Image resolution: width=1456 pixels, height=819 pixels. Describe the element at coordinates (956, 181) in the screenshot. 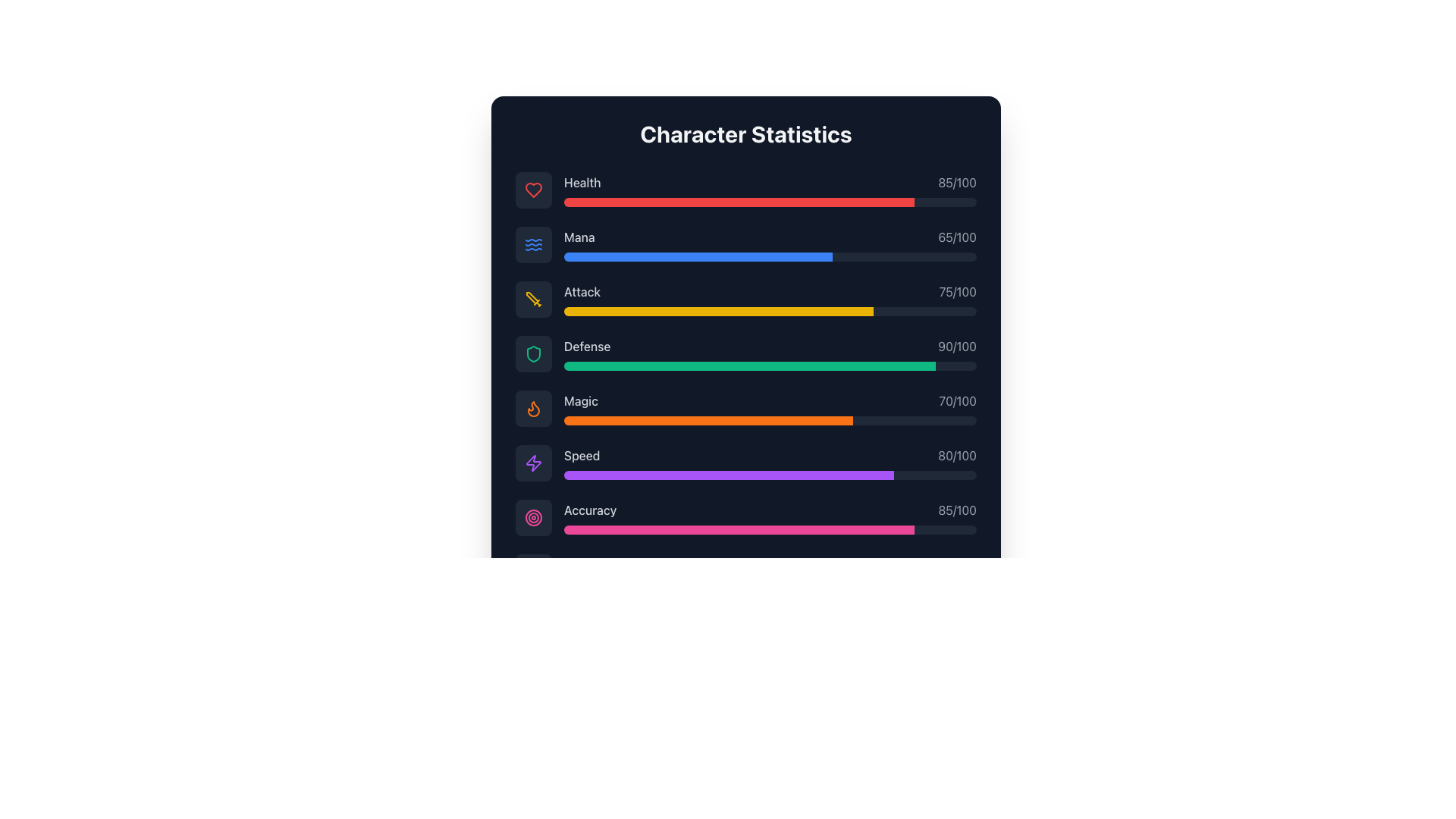

I see `the text label indicating the 'Health' score located at the far-right end of the 'Health' row in the statistics table` at that location.